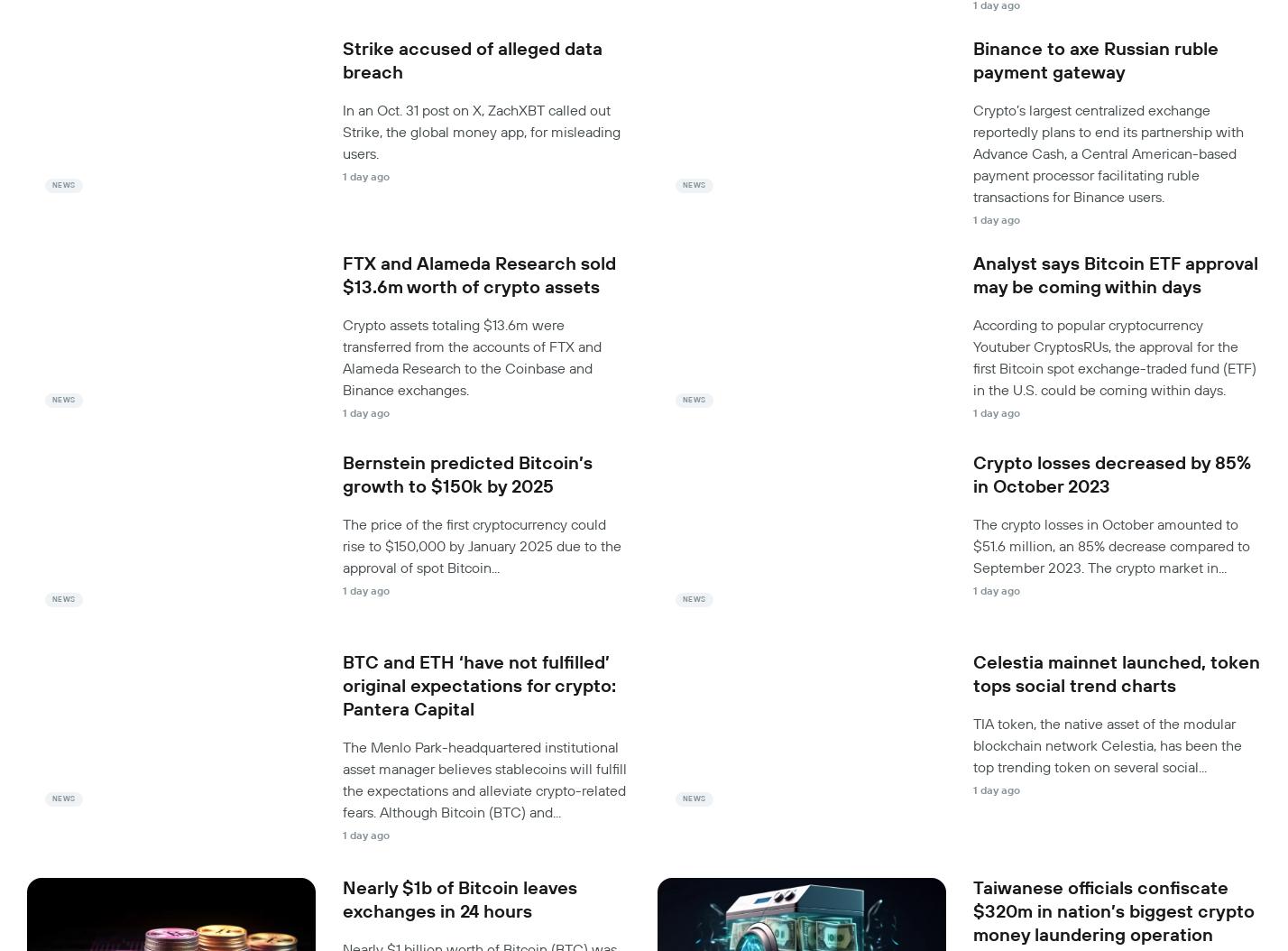 This screenshot has width=1288, height=951. I want to click on 'Celestia mainnet launched, token tops social trend charts', so click(1116, 674).